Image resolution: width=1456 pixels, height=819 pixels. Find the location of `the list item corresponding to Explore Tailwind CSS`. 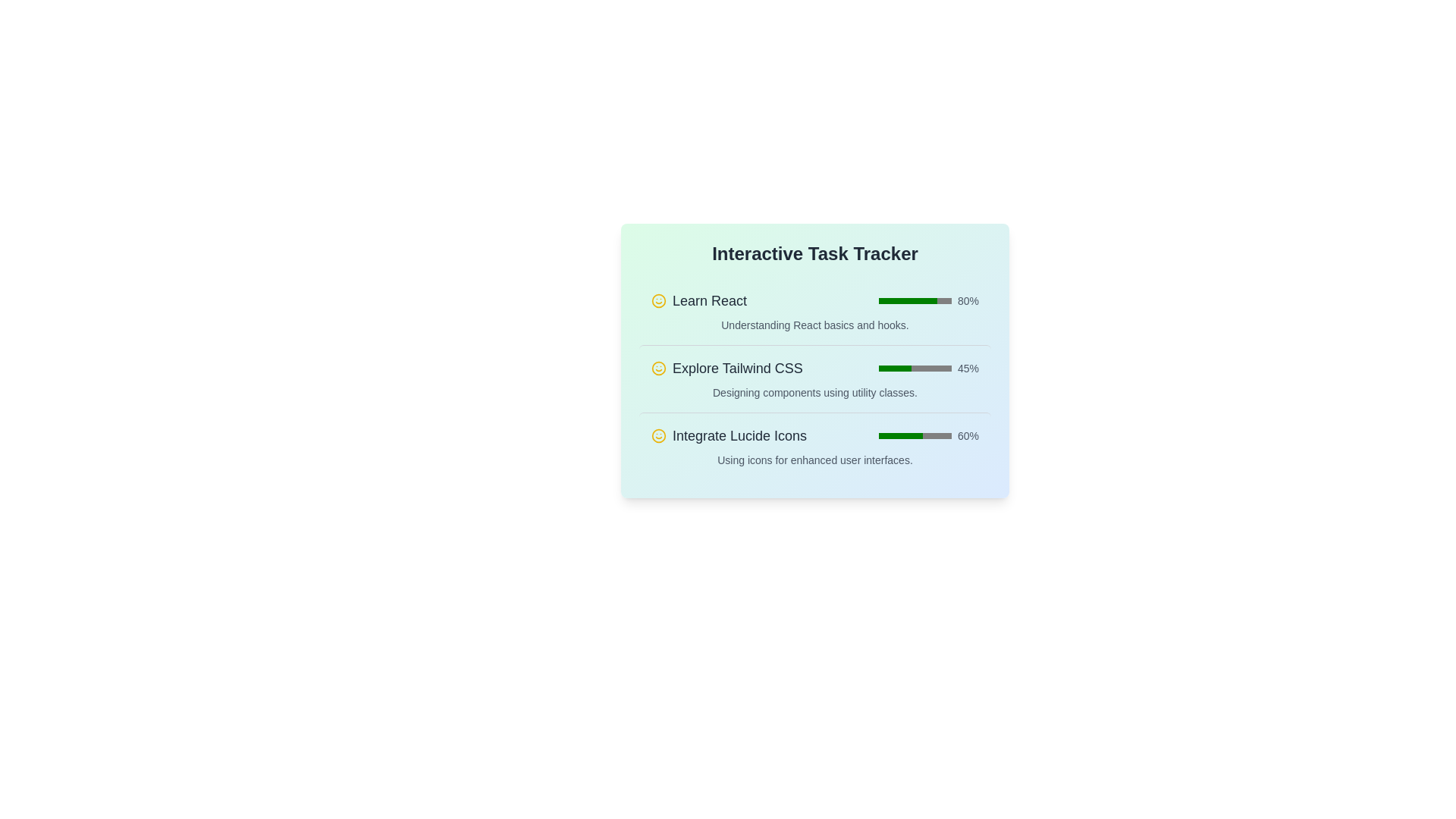

the list item corresponding to Explore Tailwind CSS is located at coordinates (814, 378).